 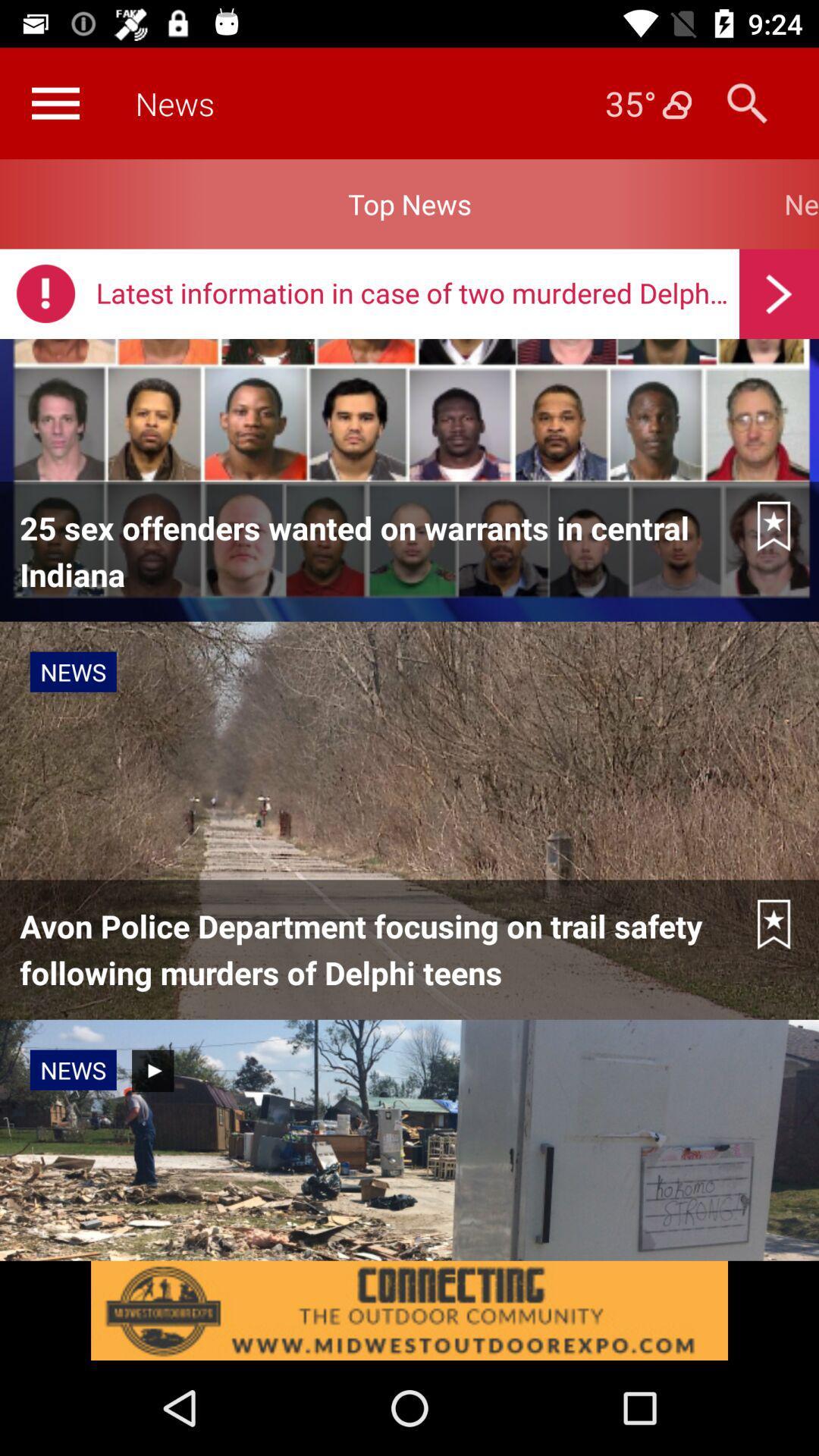 What do you see at coordinates (55, 102) in the screenshot?
I see `the menu icon` at bounding box center [55, 102].